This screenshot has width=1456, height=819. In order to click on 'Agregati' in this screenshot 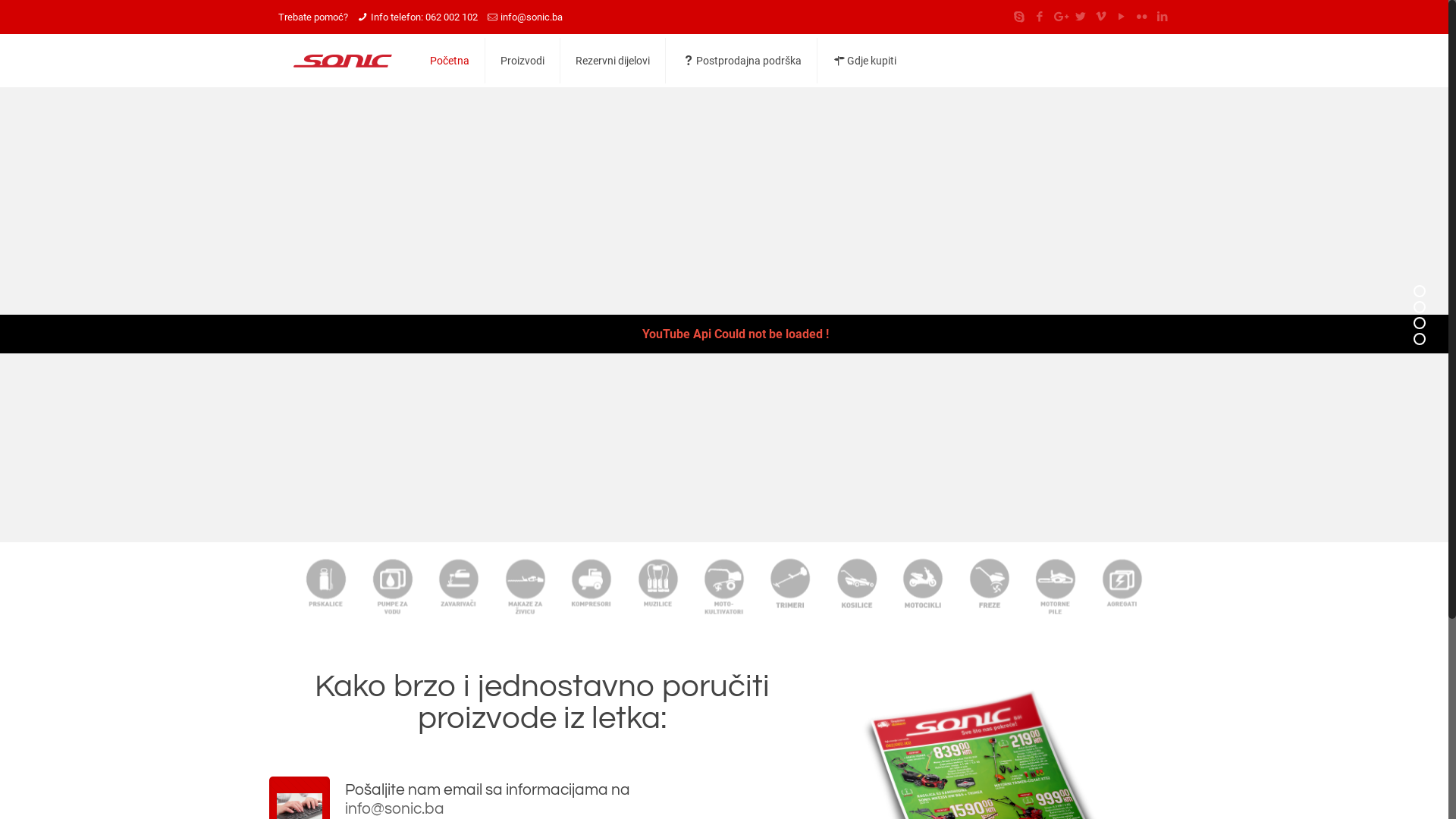, I will do `click(1122, 585)`.